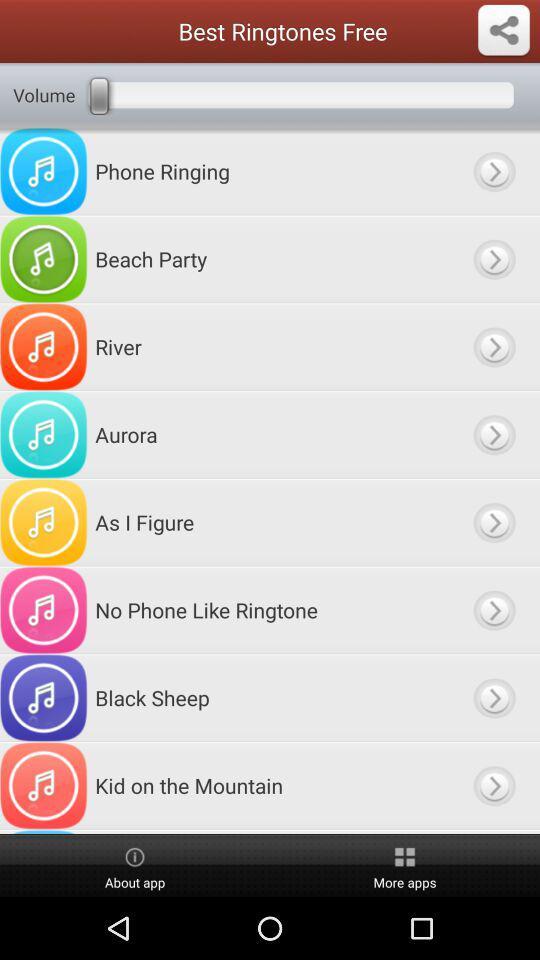 The height and width of the screenshot is (960, 540). What do you see at coordinates (493, 698) in the screenshot?
I see `button` at bounding box center [493, 698].